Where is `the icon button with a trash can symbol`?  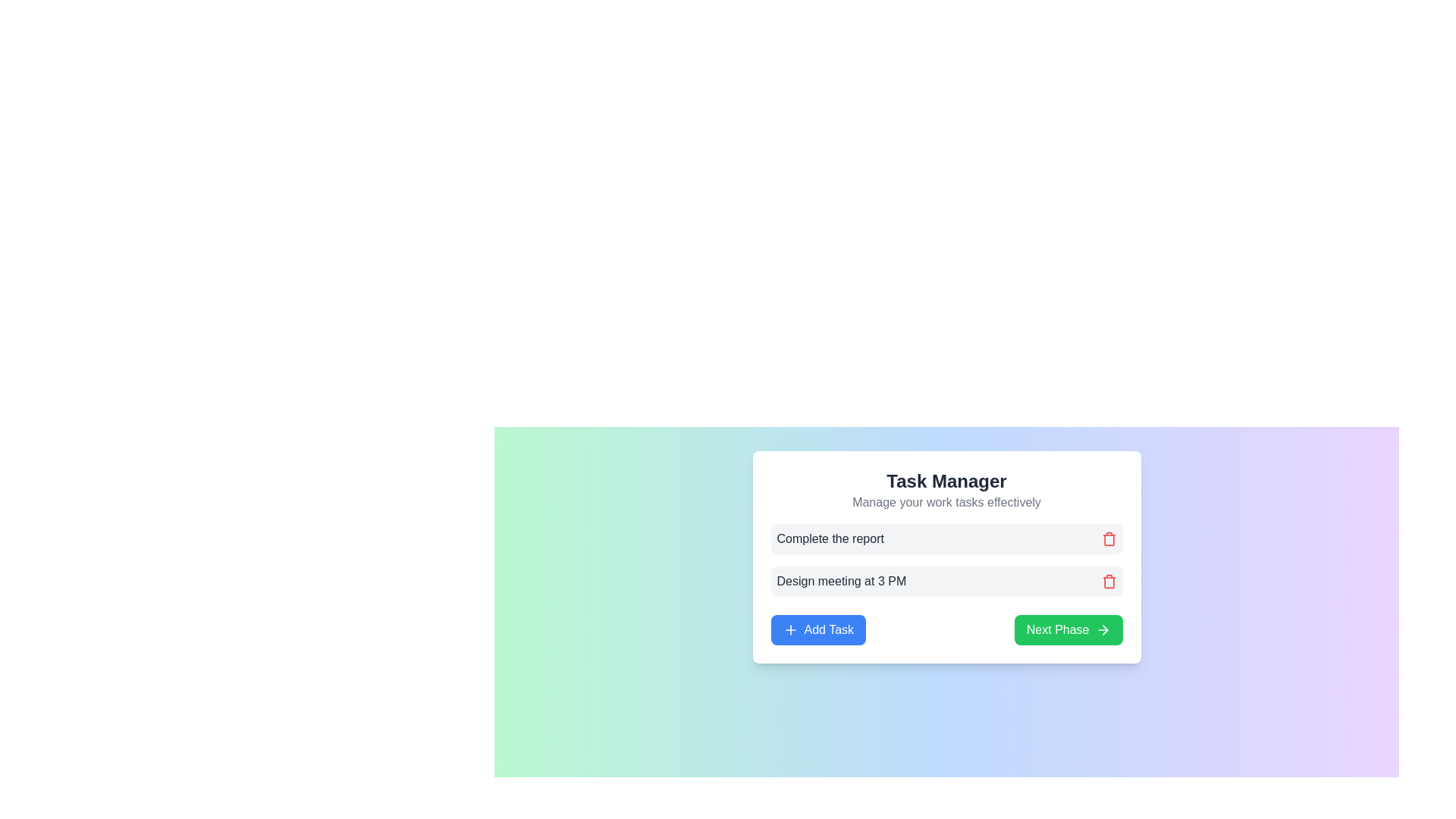 the icon button with a trash can symbol is located at coordinates (1109, 582).